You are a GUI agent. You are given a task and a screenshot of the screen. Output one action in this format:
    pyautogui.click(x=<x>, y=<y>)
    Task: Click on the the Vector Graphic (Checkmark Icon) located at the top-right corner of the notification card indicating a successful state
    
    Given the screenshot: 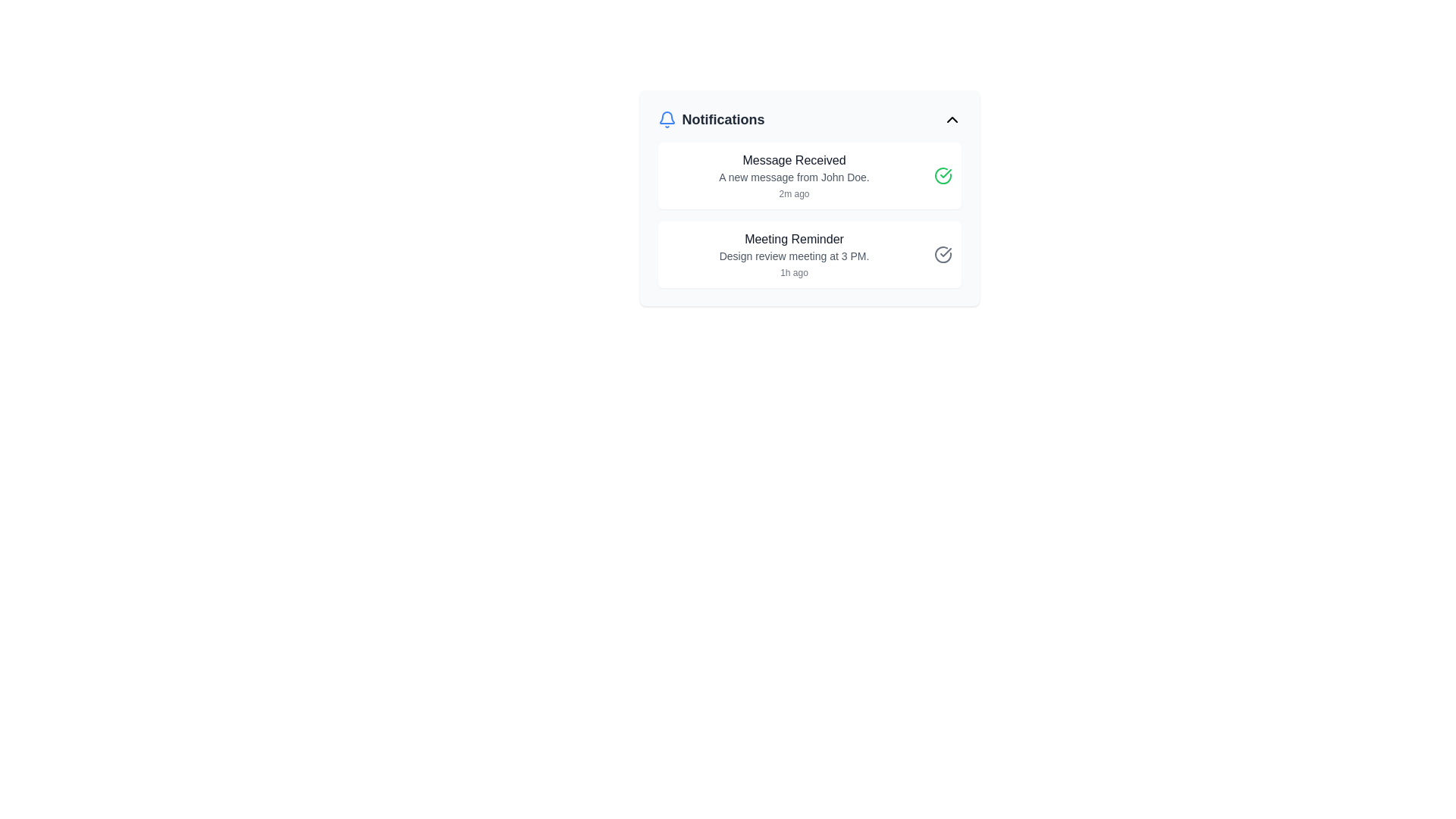 What is the action you would take?
    pyautogui.click(x=945, y=251)
    